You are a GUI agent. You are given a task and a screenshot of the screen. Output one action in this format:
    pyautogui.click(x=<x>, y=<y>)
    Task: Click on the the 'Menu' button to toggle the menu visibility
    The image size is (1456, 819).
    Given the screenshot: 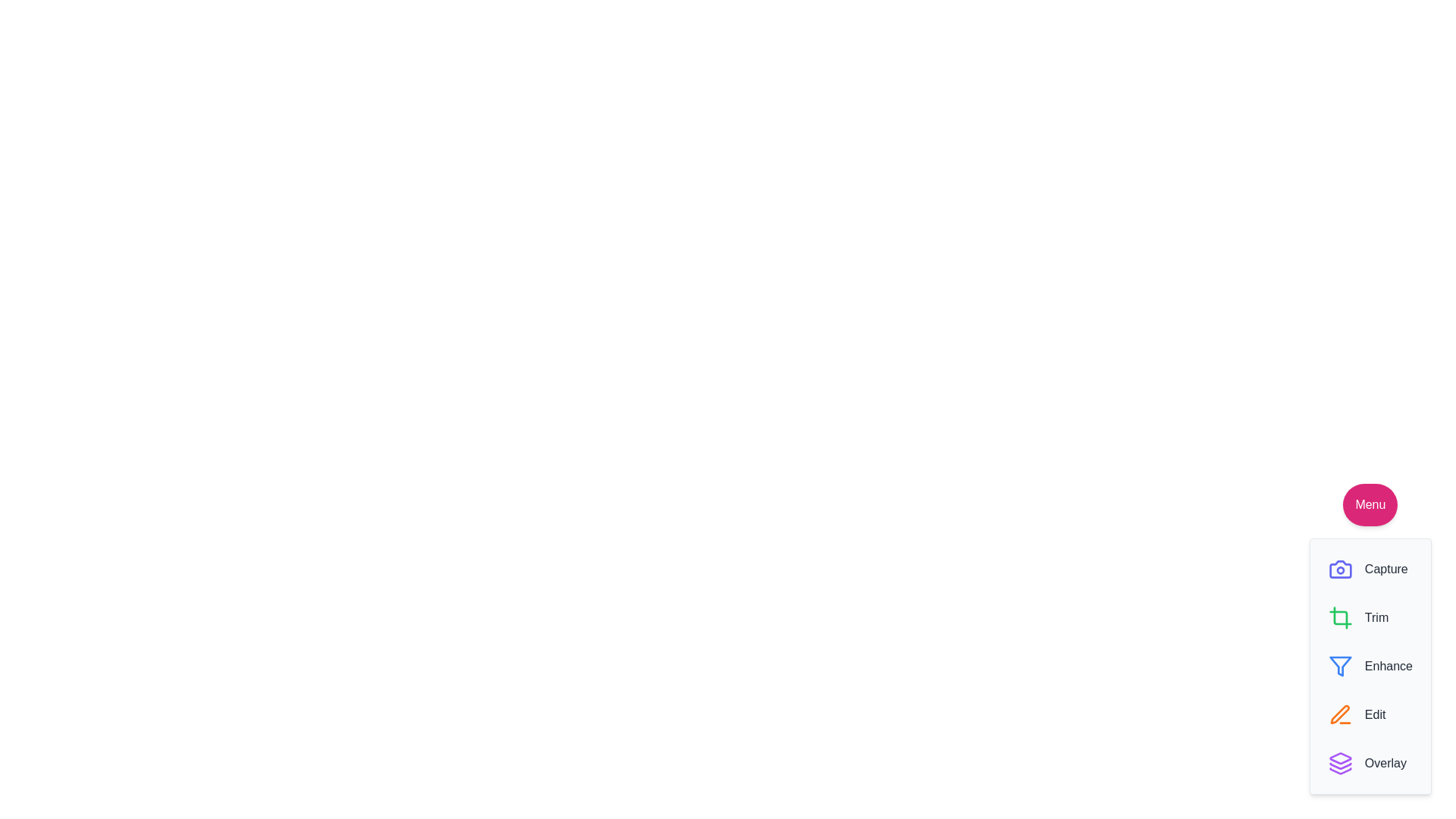 What is the action you would take?
    pyautogui.click(x=1370, y=505)
    